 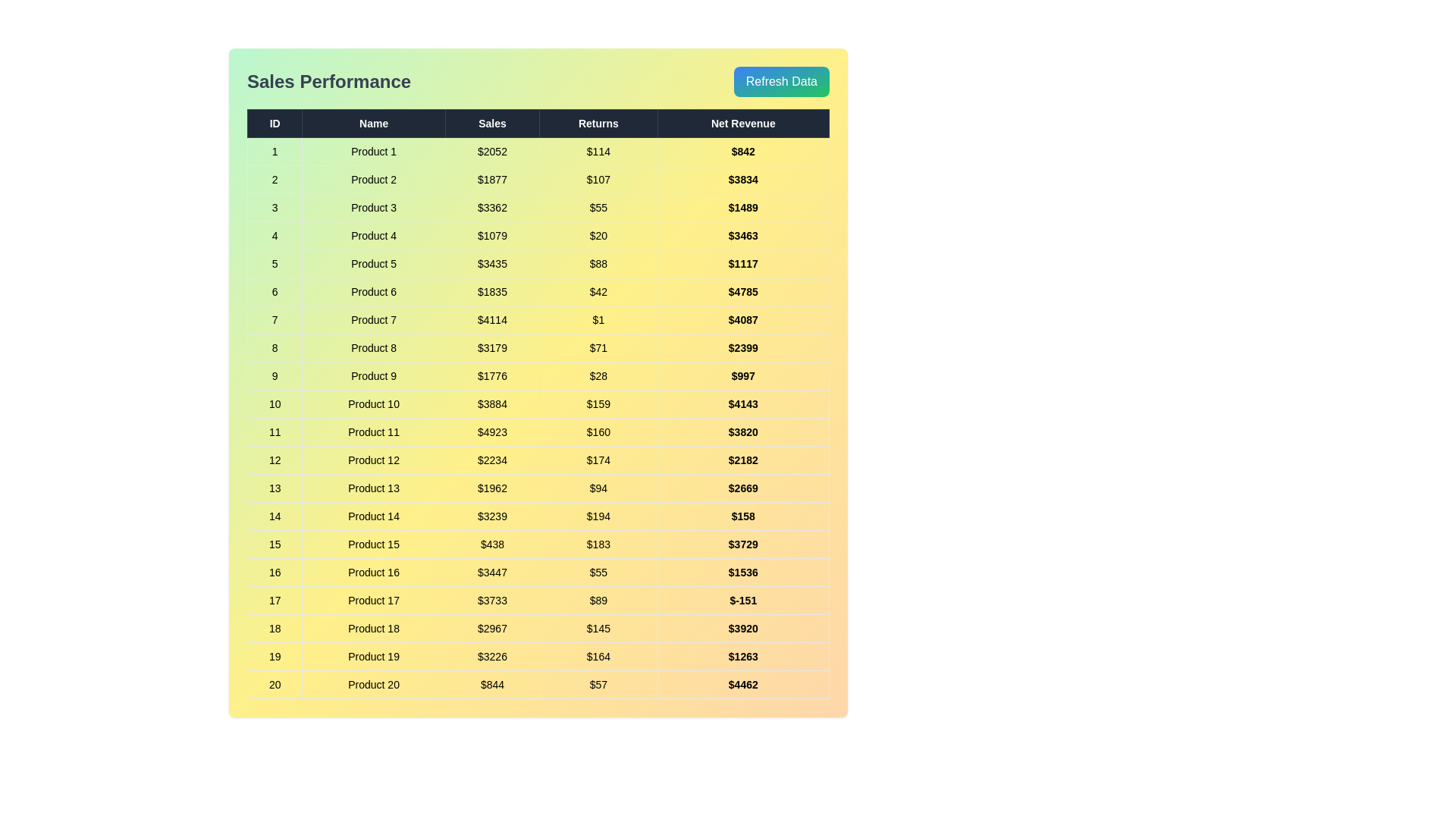 What do you see at coordinates (598, 122) in the screenshot?
I see `the column header Returns to sort the data by that column` at bounding box center [598, 122].